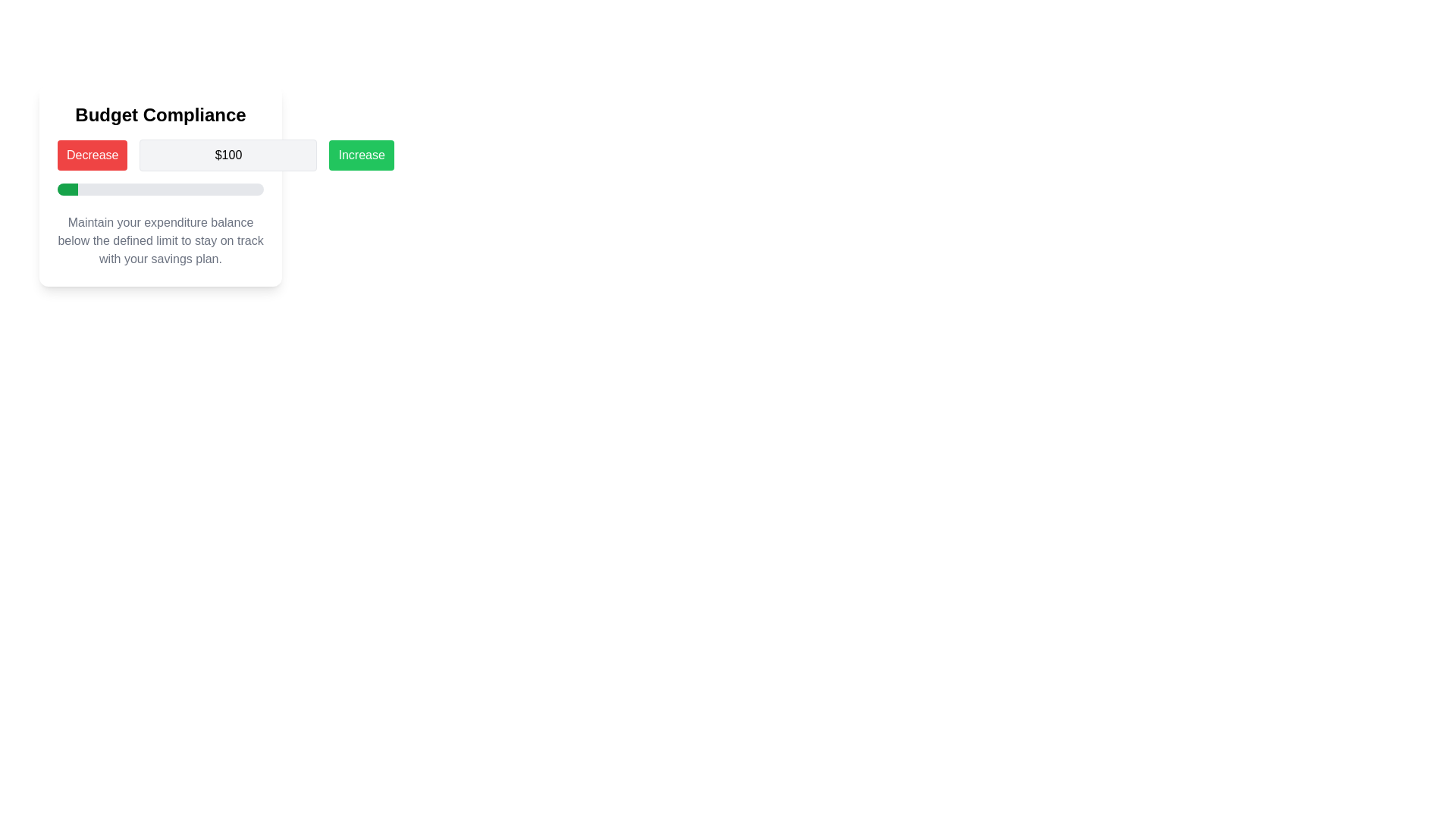  Describe the element at coordinates (227, 155) in the screenshot. I see `the read-only text input field displaying '$100'` at that location.